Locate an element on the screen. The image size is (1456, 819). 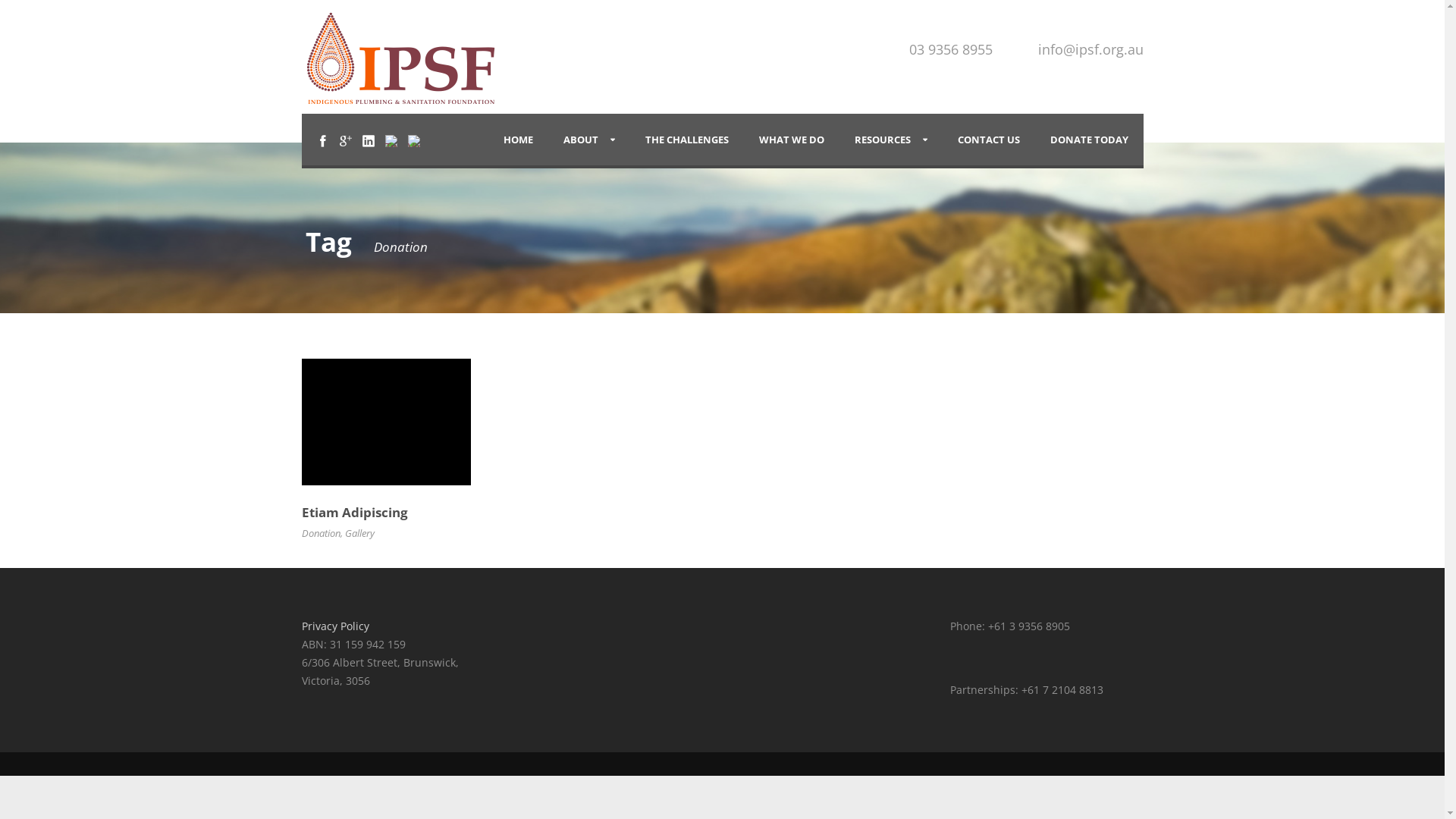
'CONTACT US' is located at coordinates (987, 140).